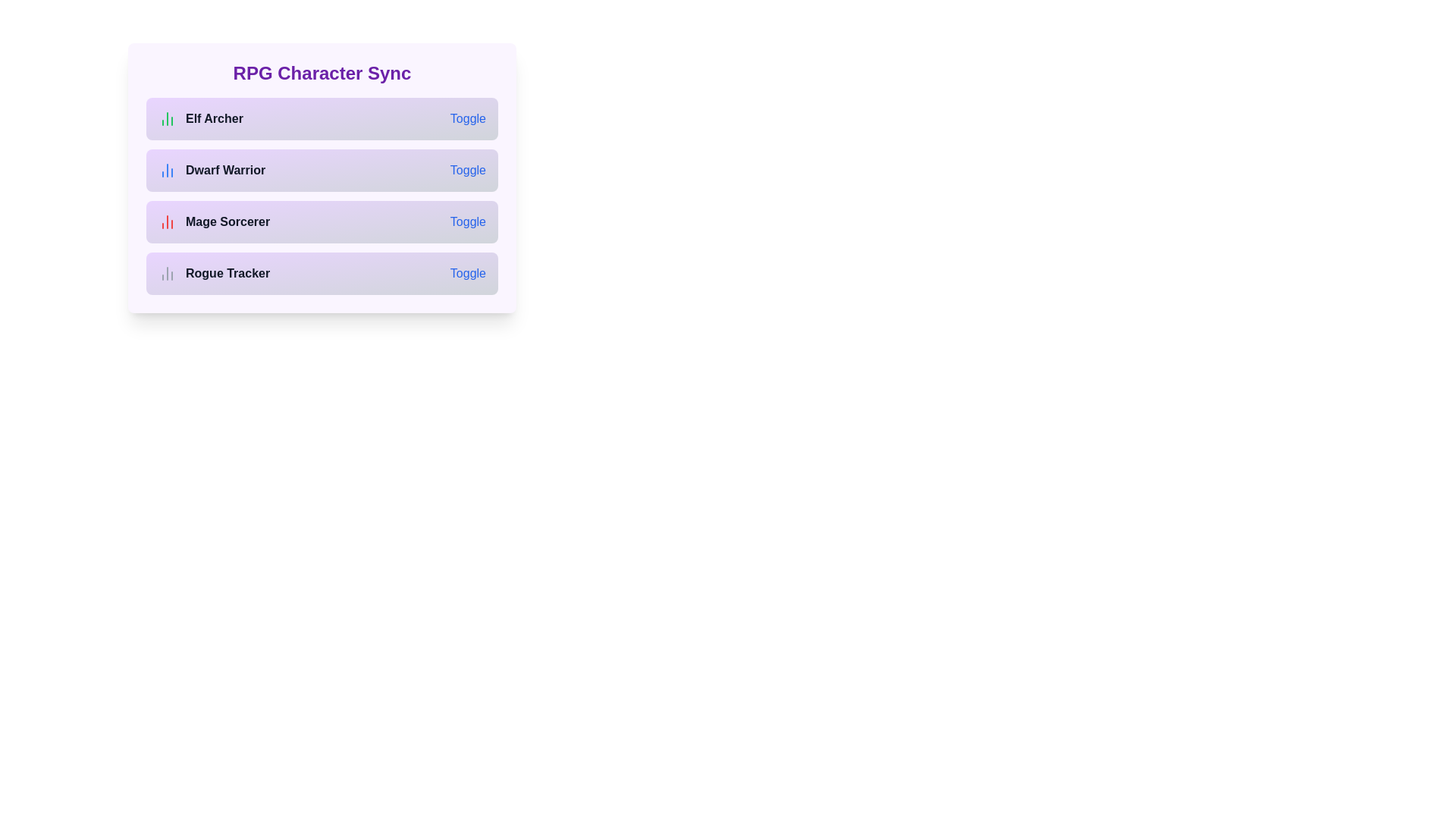  Describe the element at coordinates (227, 222) in the screenshot. I see `the text label displaying 'Mage Sorcerer', which is the third item in the vertical list of character entries under 'RPG Character Sync'` at that location.